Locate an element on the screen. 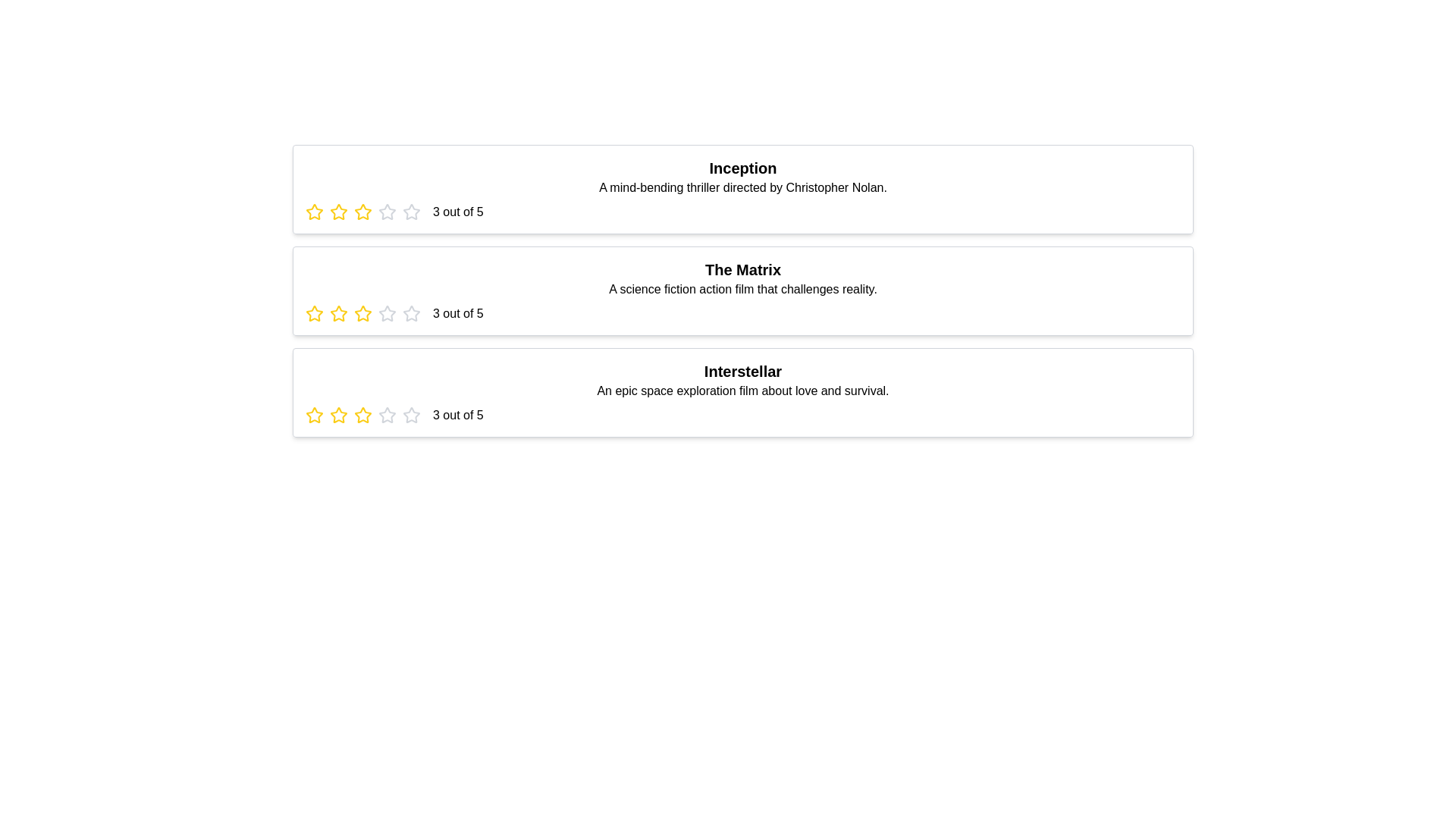 The height and width of the screenshot is (819, 1456). the star corresponding to 2 stars for the movie titled Interstellar is located at coordinates (337, 415).